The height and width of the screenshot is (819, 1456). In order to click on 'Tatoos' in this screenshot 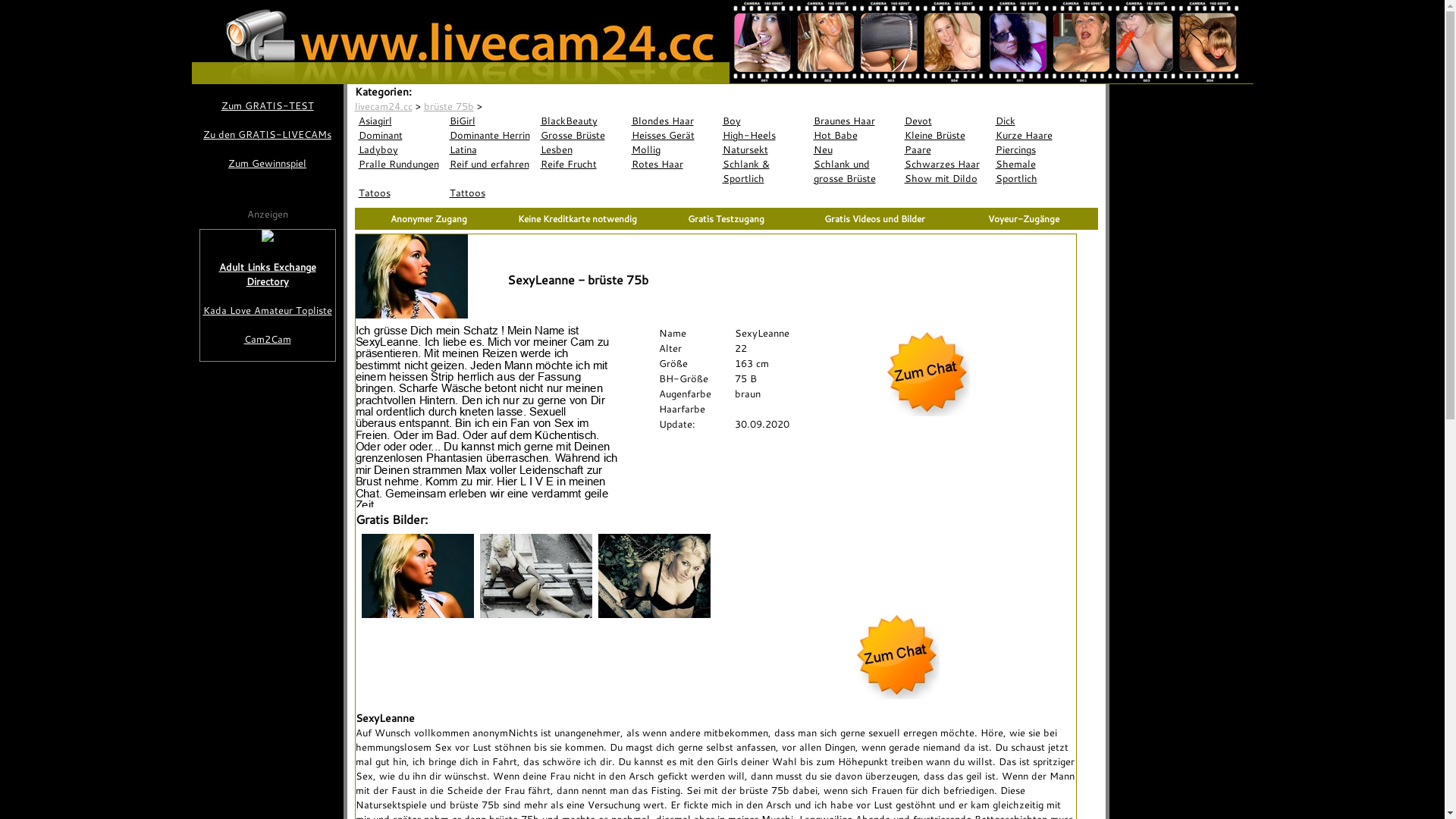, I will do `click(400, 192)`.